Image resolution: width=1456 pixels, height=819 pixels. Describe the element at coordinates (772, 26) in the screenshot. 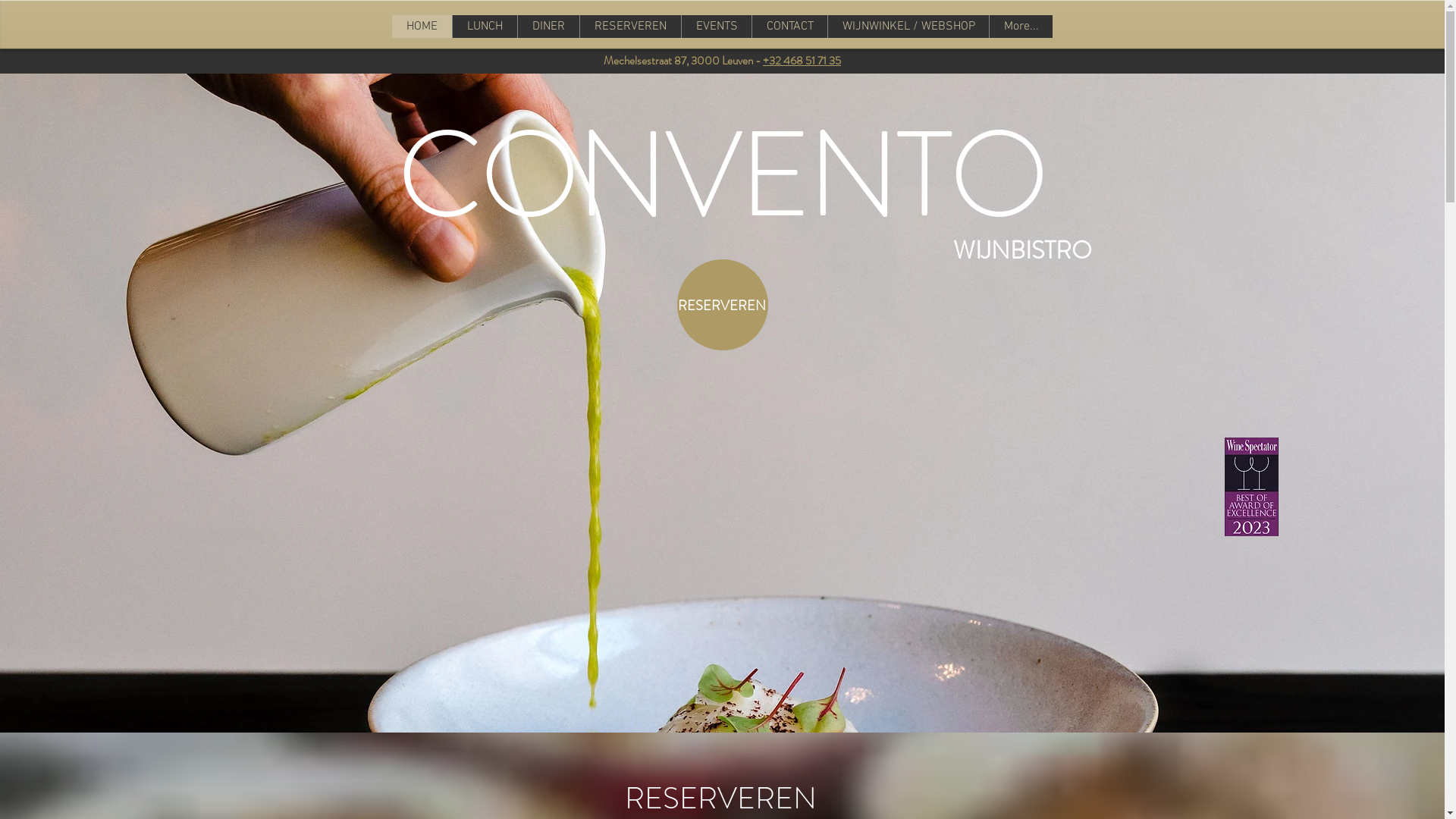

I see `'EVENTS'` at that location.